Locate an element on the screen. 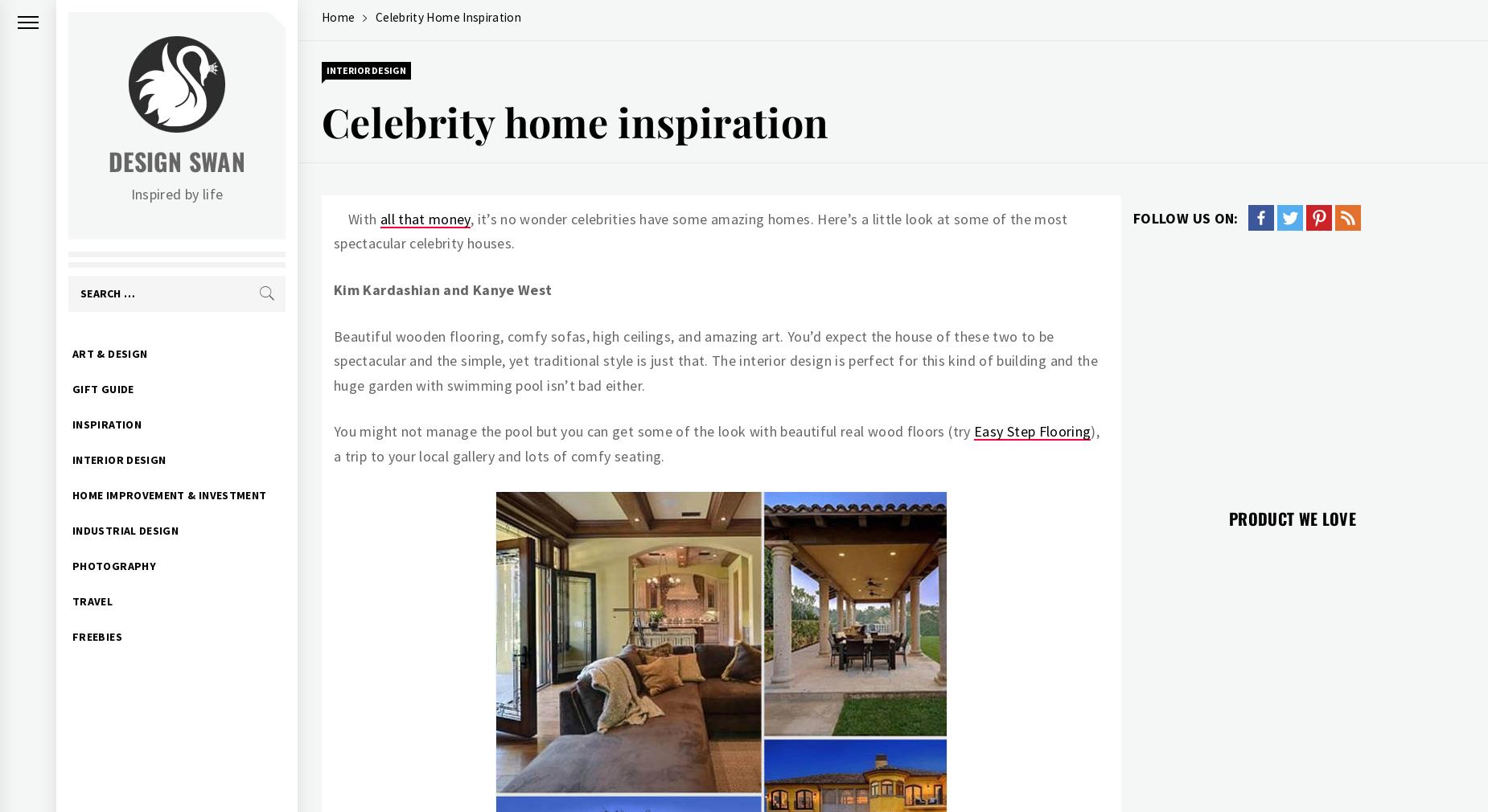 This screenshot has width=1488, height=812. '), a trip to your local gallery and lots of comfy seating.' is located at coordinates (716, 442).